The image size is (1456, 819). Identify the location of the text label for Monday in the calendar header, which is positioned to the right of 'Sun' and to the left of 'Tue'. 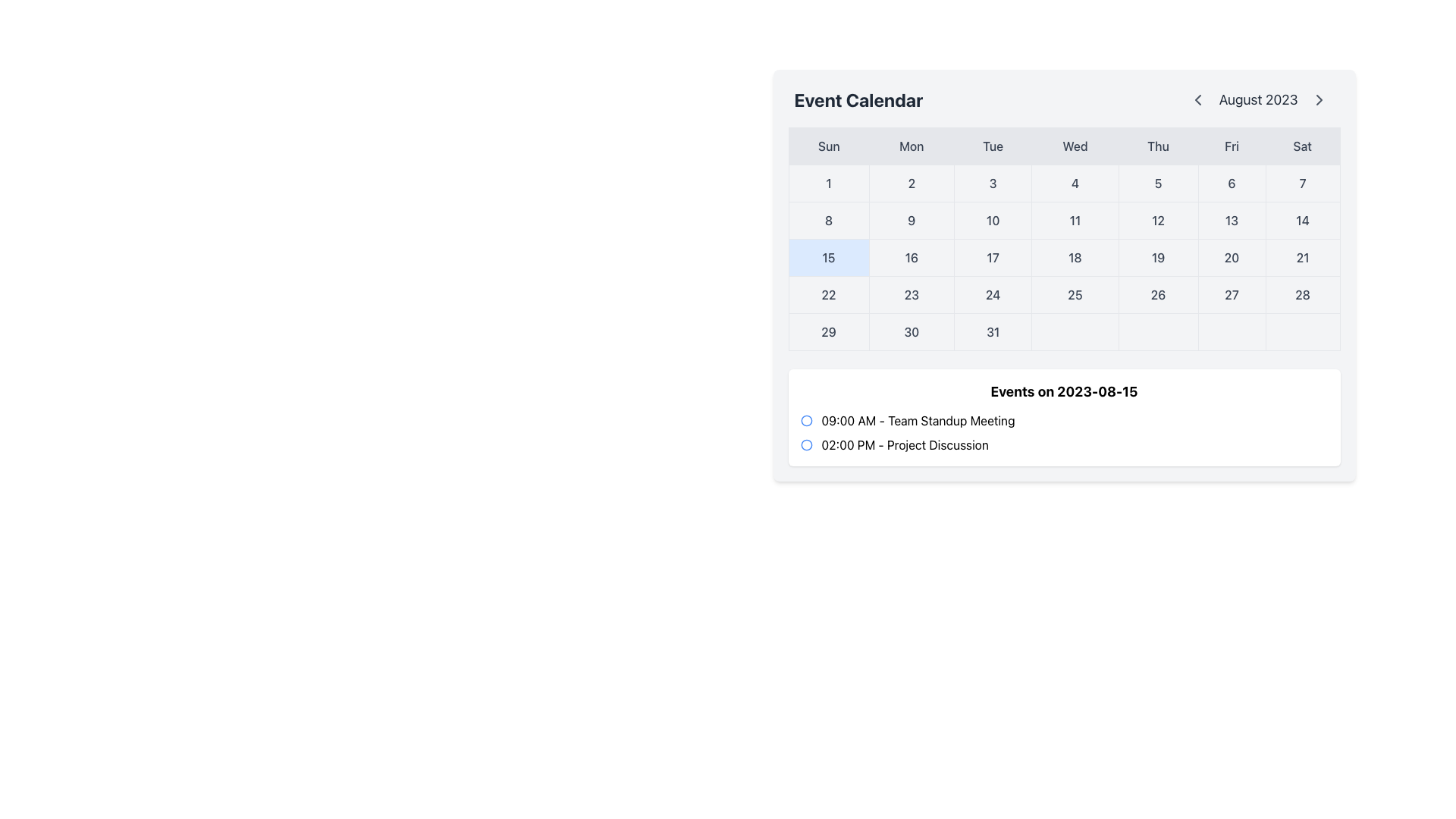
(911, 146).